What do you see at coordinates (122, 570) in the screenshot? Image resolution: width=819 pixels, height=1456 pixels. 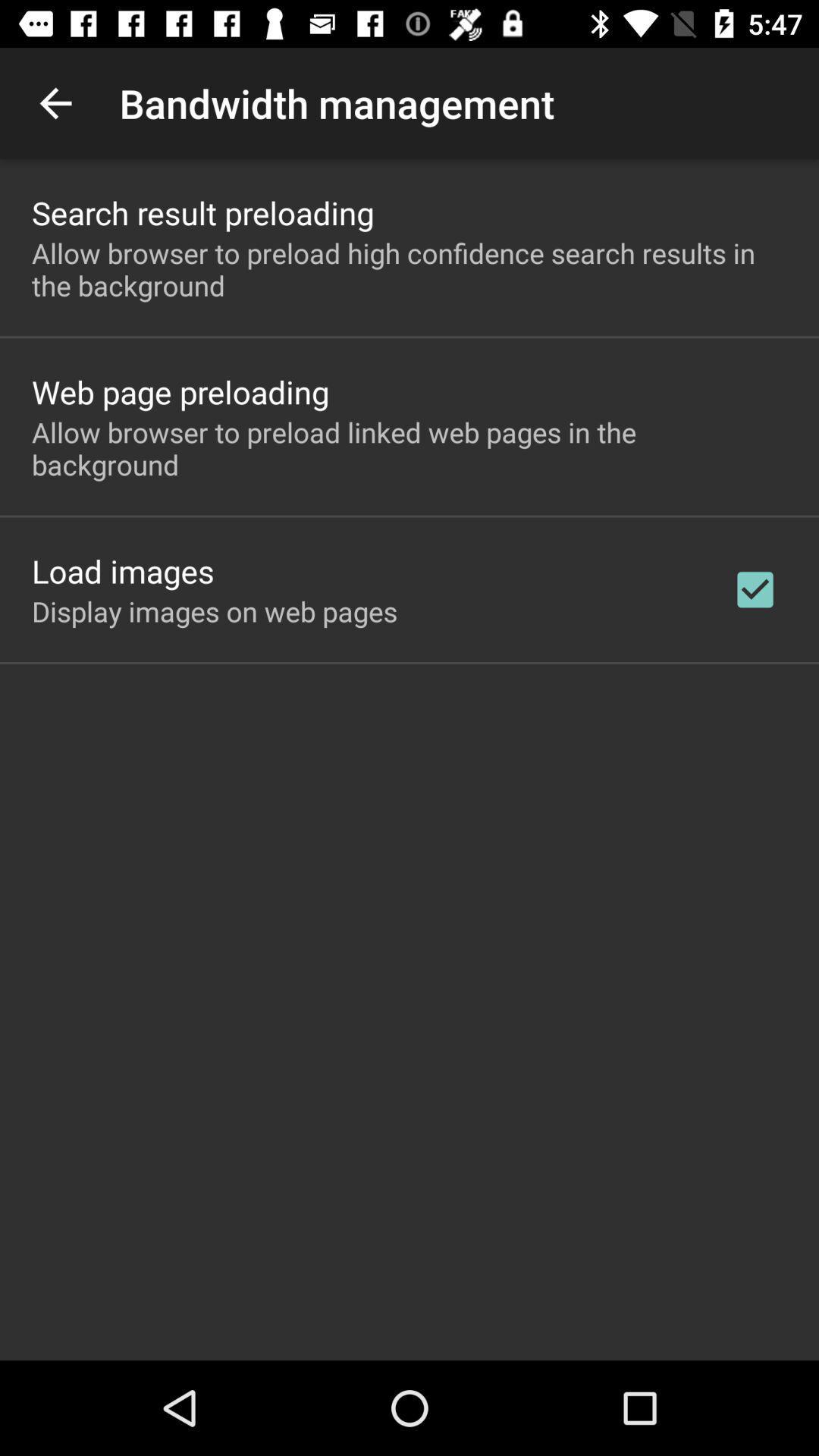 I see `icon above display images on app` at bounding box center [122, 570].